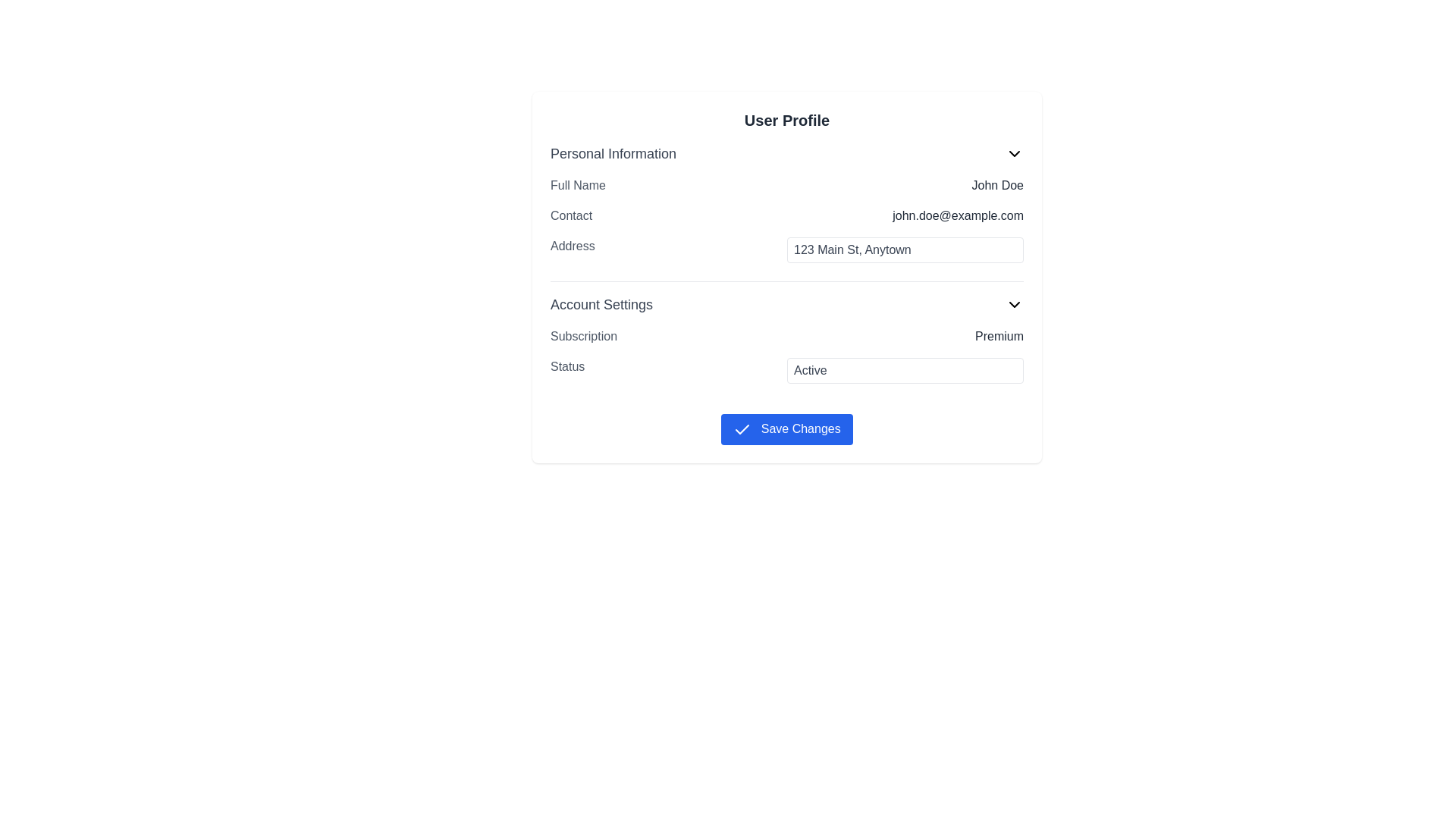  I want to click on the rectangular input field styled with borders and rounded corners, located below the 'Subscription' row in the 'Account Settings' section, to focus and edit its content, so click(786, 356).